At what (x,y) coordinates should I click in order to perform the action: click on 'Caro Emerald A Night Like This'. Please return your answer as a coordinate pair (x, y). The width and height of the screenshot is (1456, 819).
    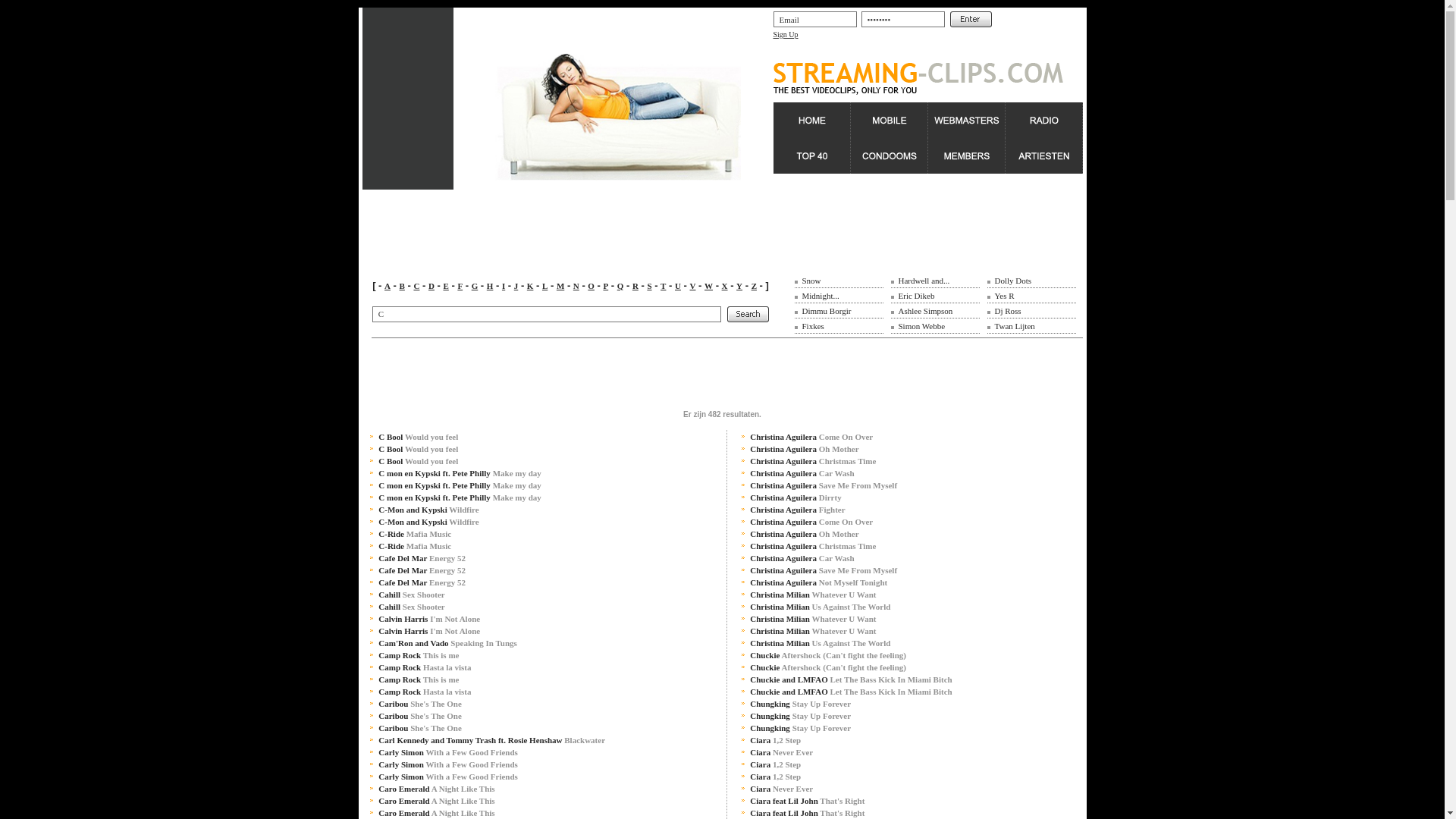
    Looking at the image, I should click on (435, 800).